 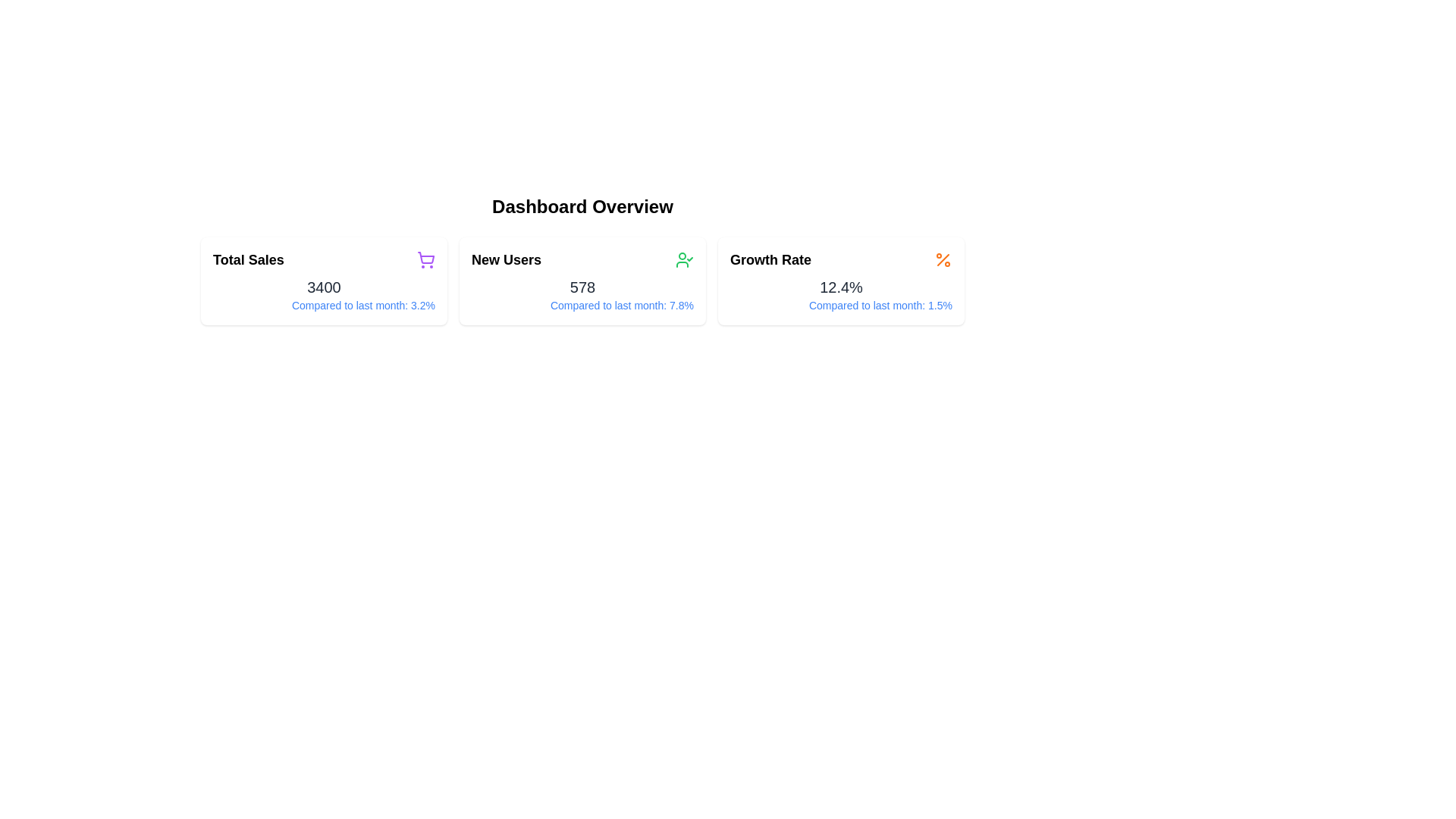 I want to click on the static text element displaying the total sales figure, which is located below the 'Total Sales' label and above the 'Compared to last month: 3.2%' text, so click(x=323, y=287).